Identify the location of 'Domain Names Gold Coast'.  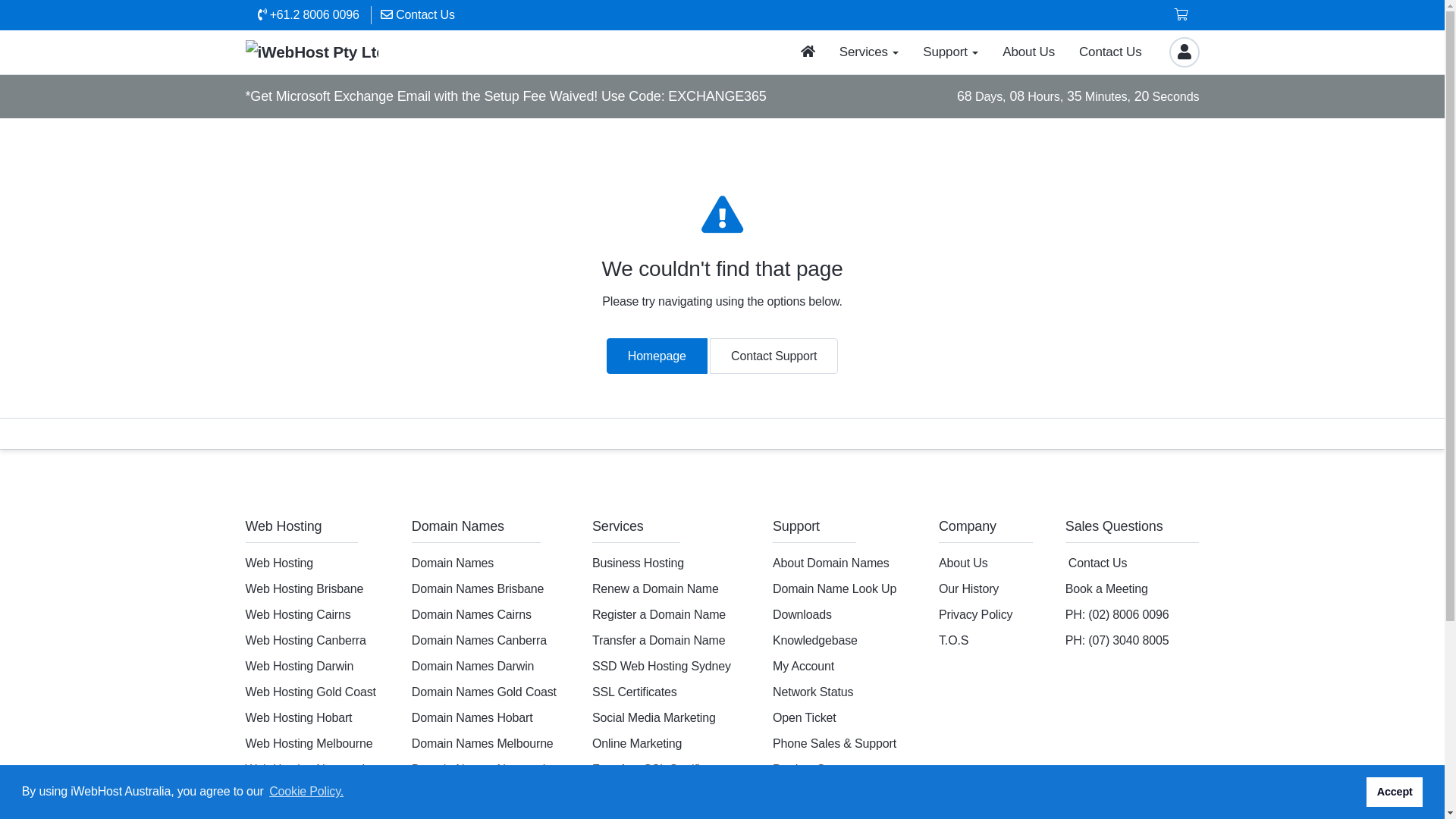
(483, 692).